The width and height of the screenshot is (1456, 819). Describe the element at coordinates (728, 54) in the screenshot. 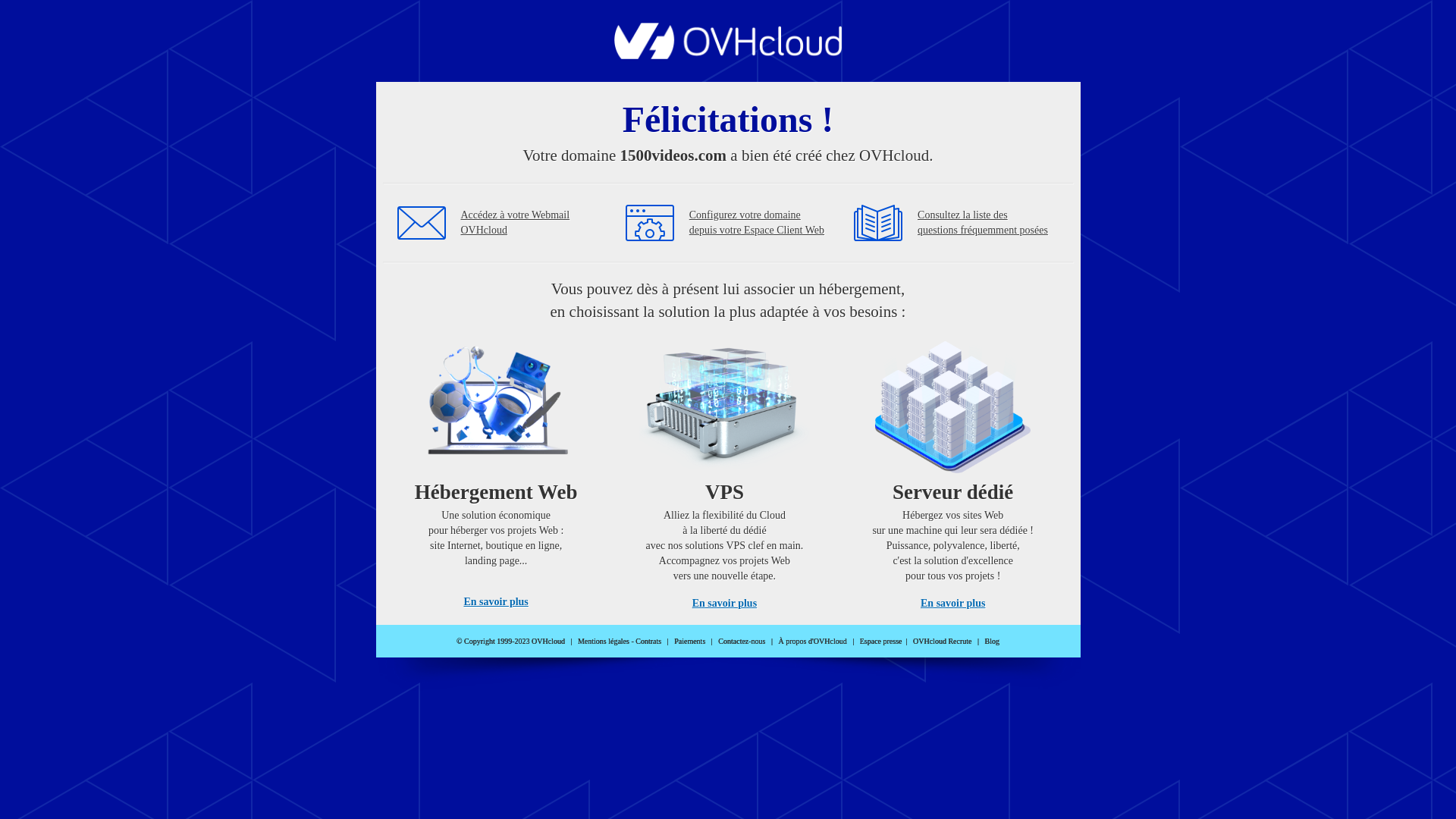

I see `'OVHcloud'` at that location.